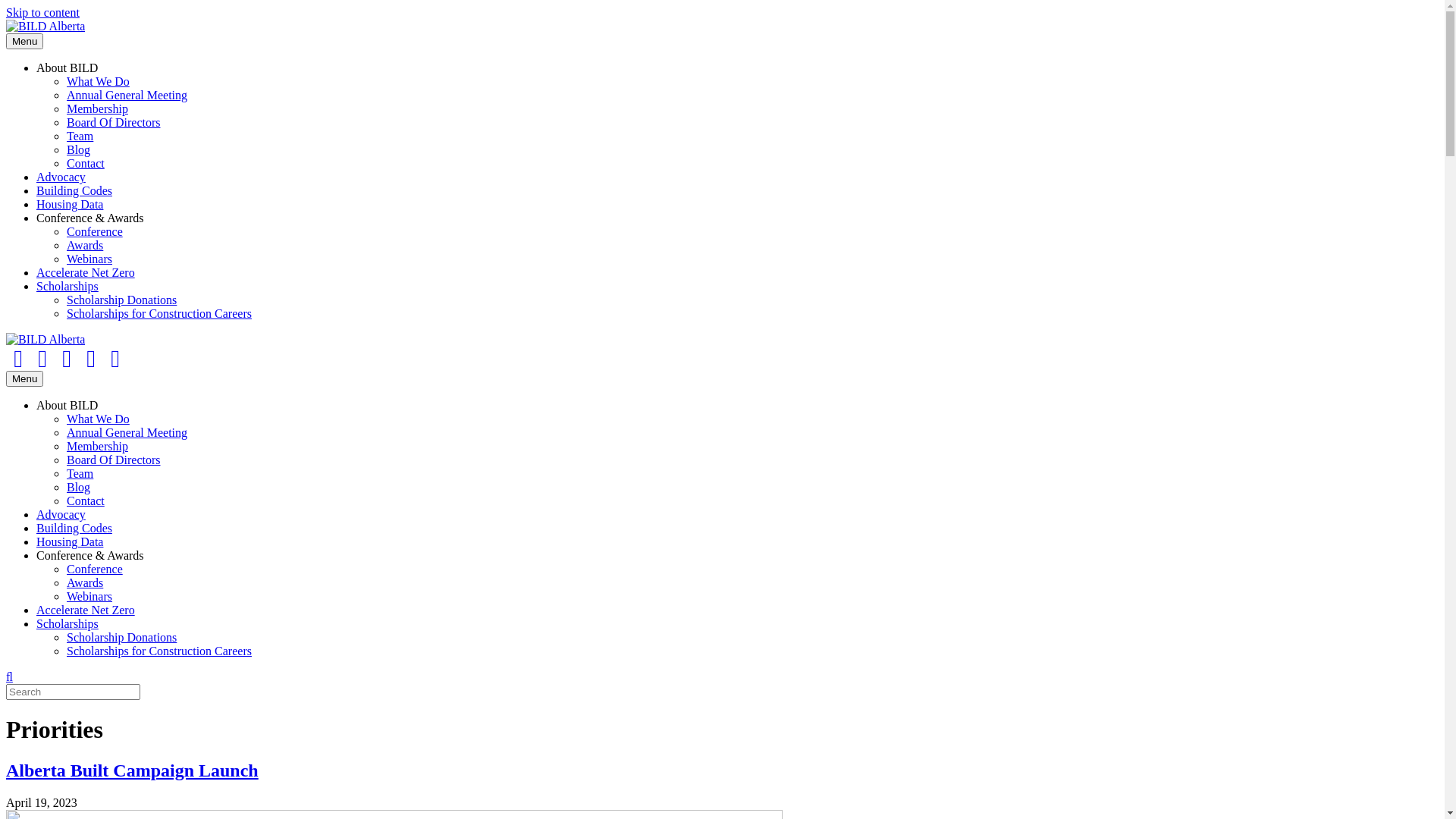 This screenshot has width=1456, height=819. I want to click on 'What We Do', so click(65, 419).